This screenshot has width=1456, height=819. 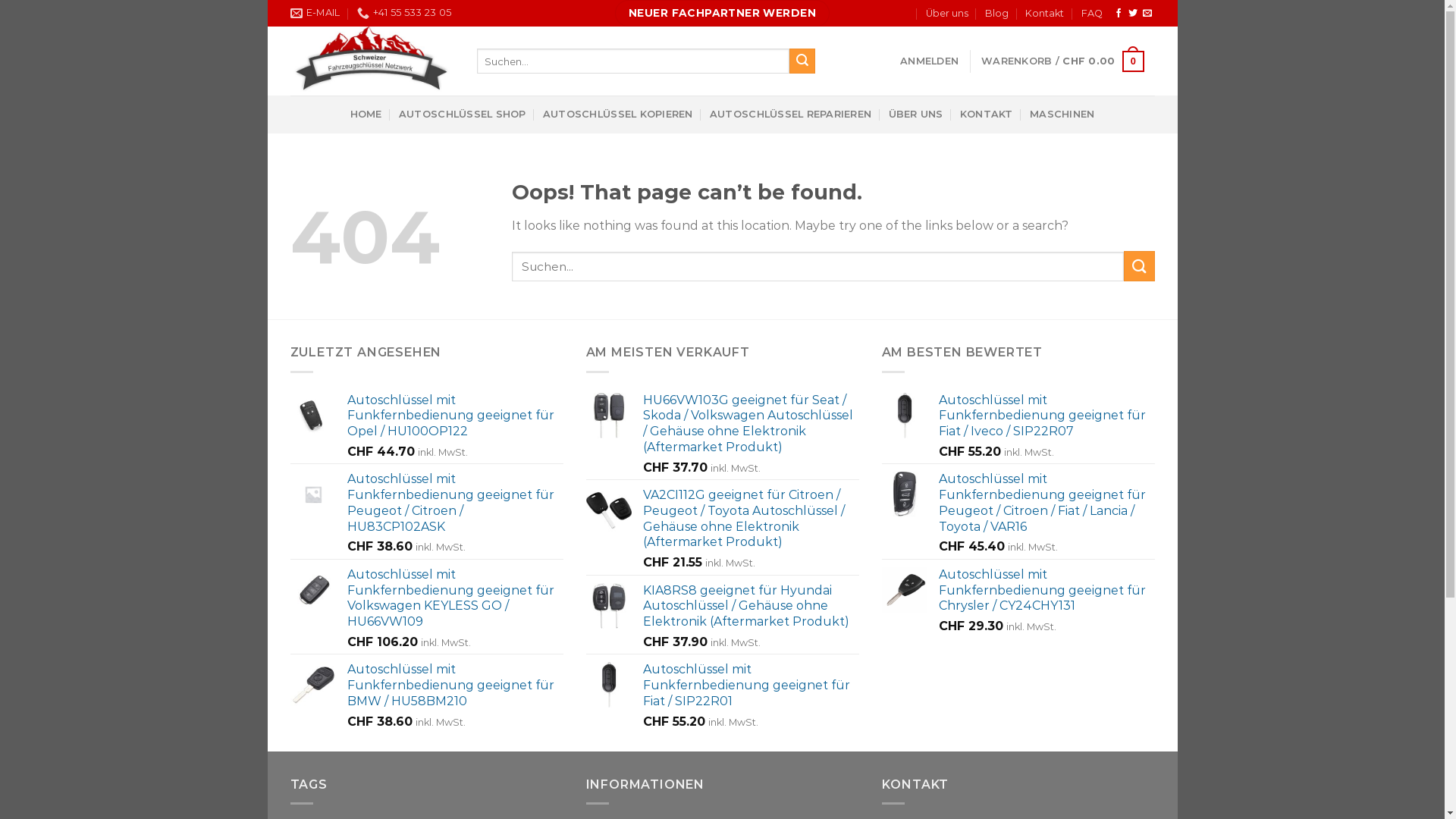 What do you see at coordinates (366, 113) in the screenshot?
I see `'HOME'` at bounding box center [366, 113].